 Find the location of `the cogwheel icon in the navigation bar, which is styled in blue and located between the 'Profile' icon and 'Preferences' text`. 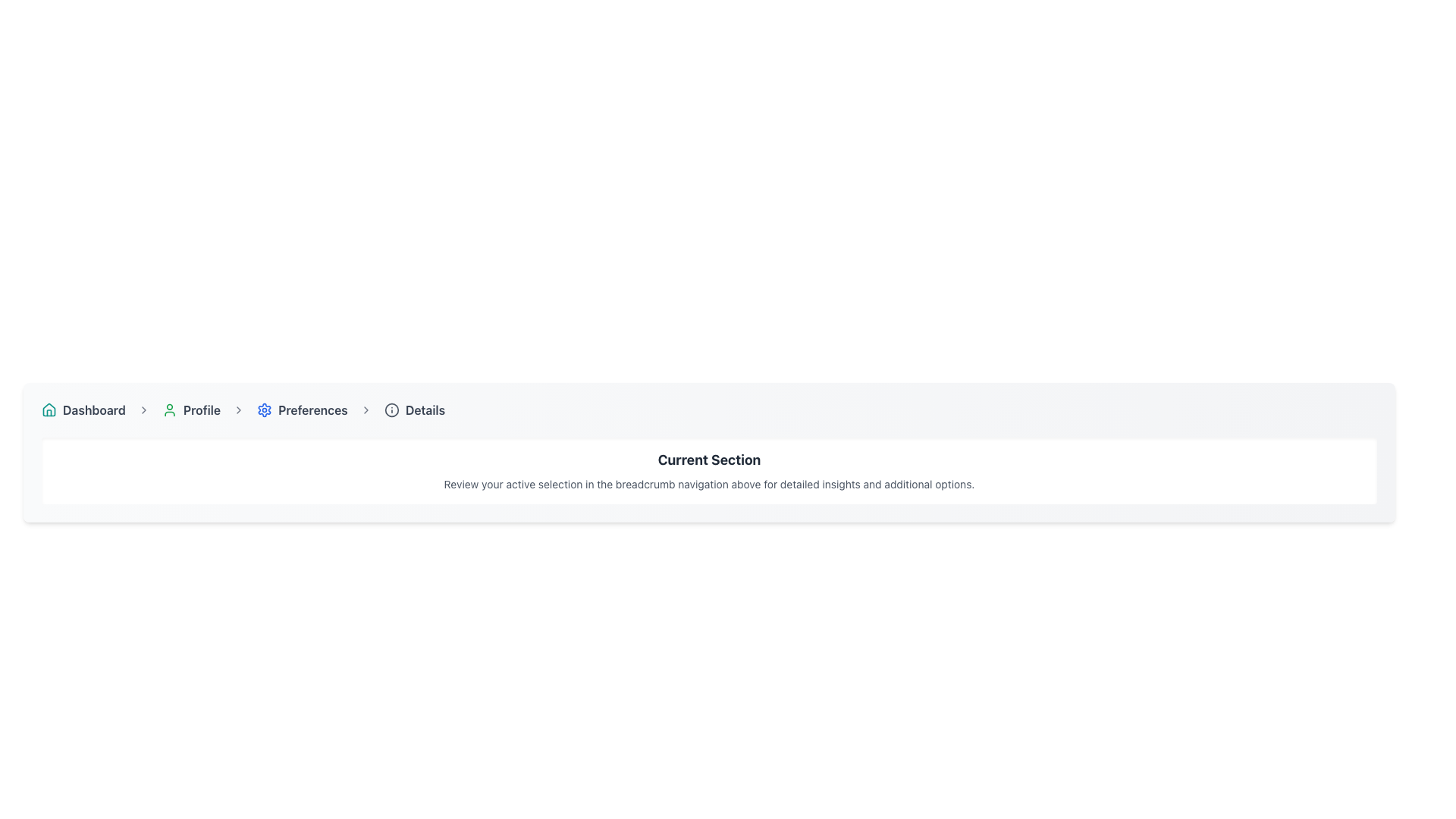

the cogwheel icon in the navigation bar, which is styled in blue and located between the 'Profile' icon and 'Preferences' text is located at coordinates (265, 409).